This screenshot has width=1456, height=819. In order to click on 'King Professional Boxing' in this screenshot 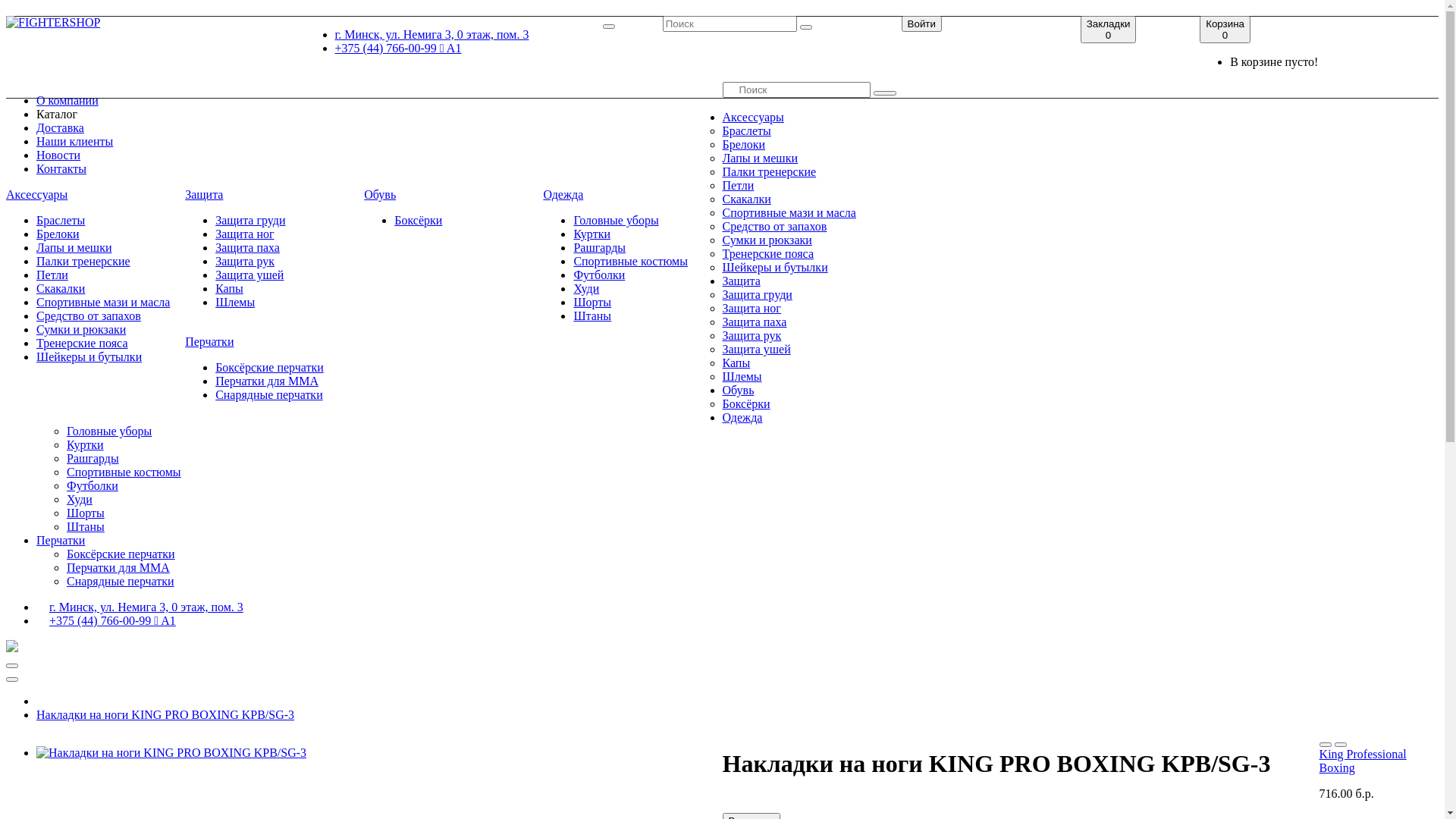, I will do `click(1363, 761)`.